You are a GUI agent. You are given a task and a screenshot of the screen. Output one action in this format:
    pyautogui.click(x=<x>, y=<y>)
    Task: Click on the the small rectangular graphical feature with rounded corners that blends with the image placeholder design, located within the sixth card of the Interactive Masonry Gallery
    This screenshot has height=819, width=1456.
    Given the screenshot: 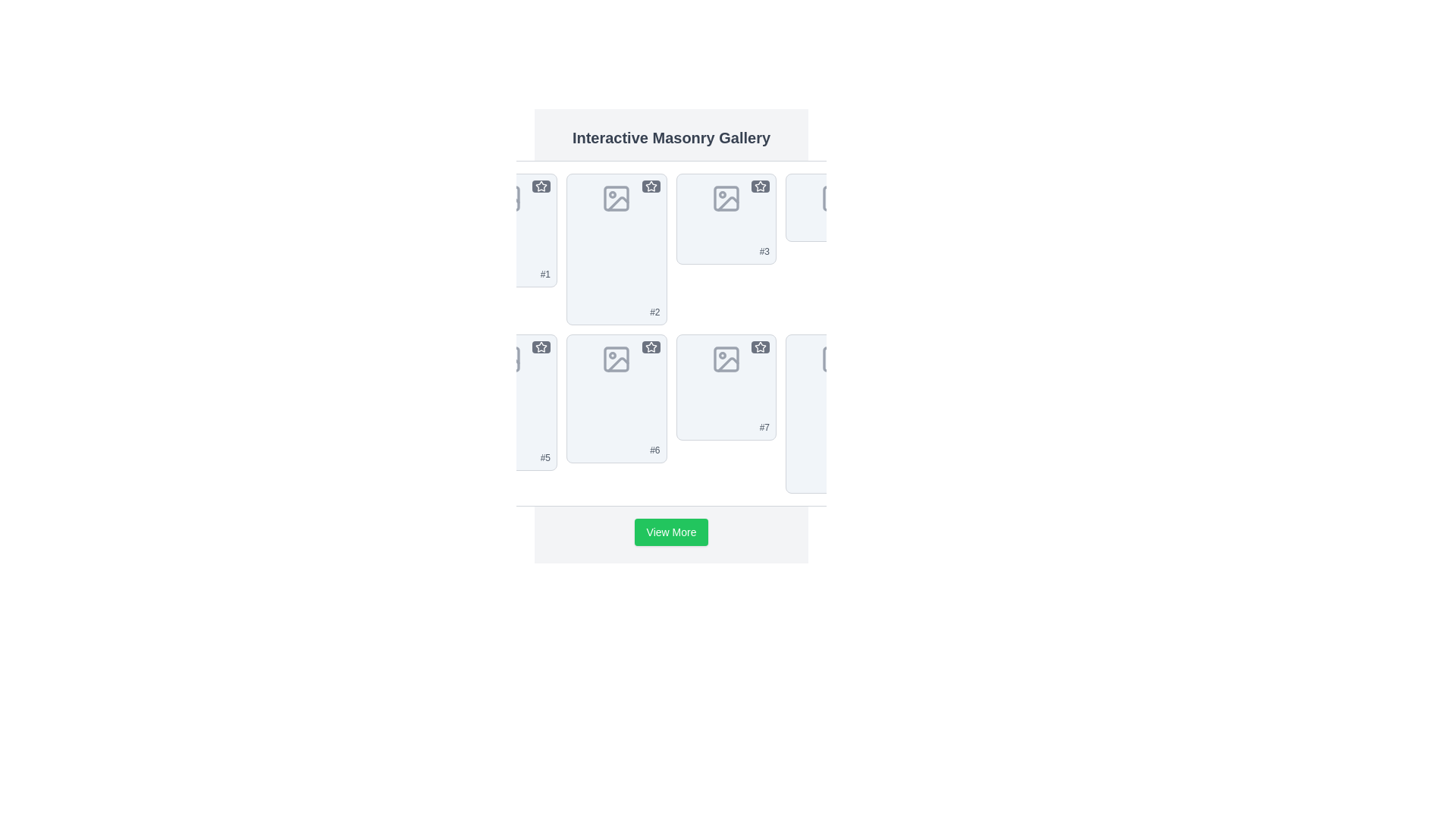 What is the action you would take?
    pyautogui.click(x=617, y=359)
    